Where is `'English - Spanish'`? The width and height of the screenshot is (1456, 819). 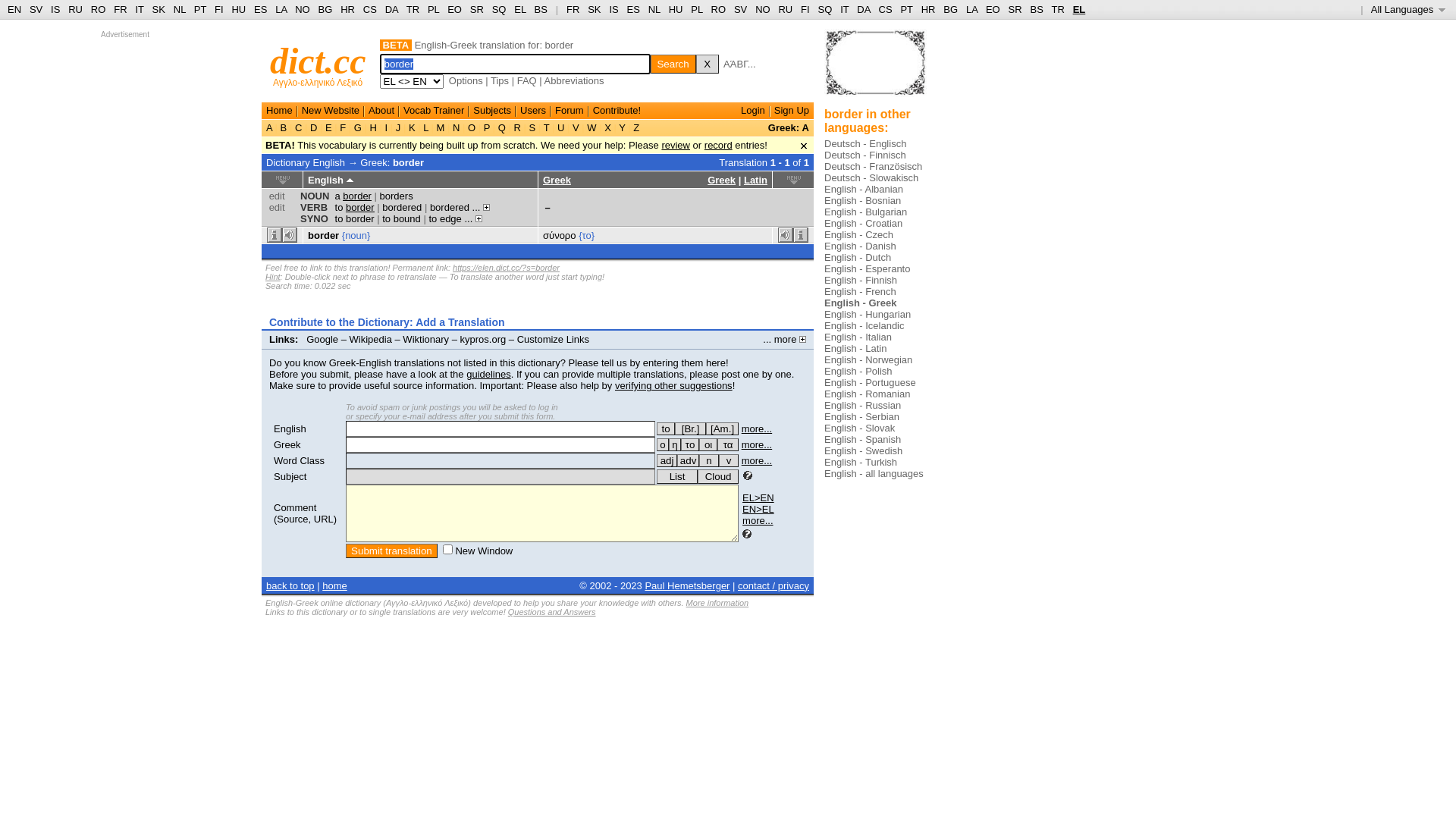 'English - Spanish' is located at coordinates (862, 439).